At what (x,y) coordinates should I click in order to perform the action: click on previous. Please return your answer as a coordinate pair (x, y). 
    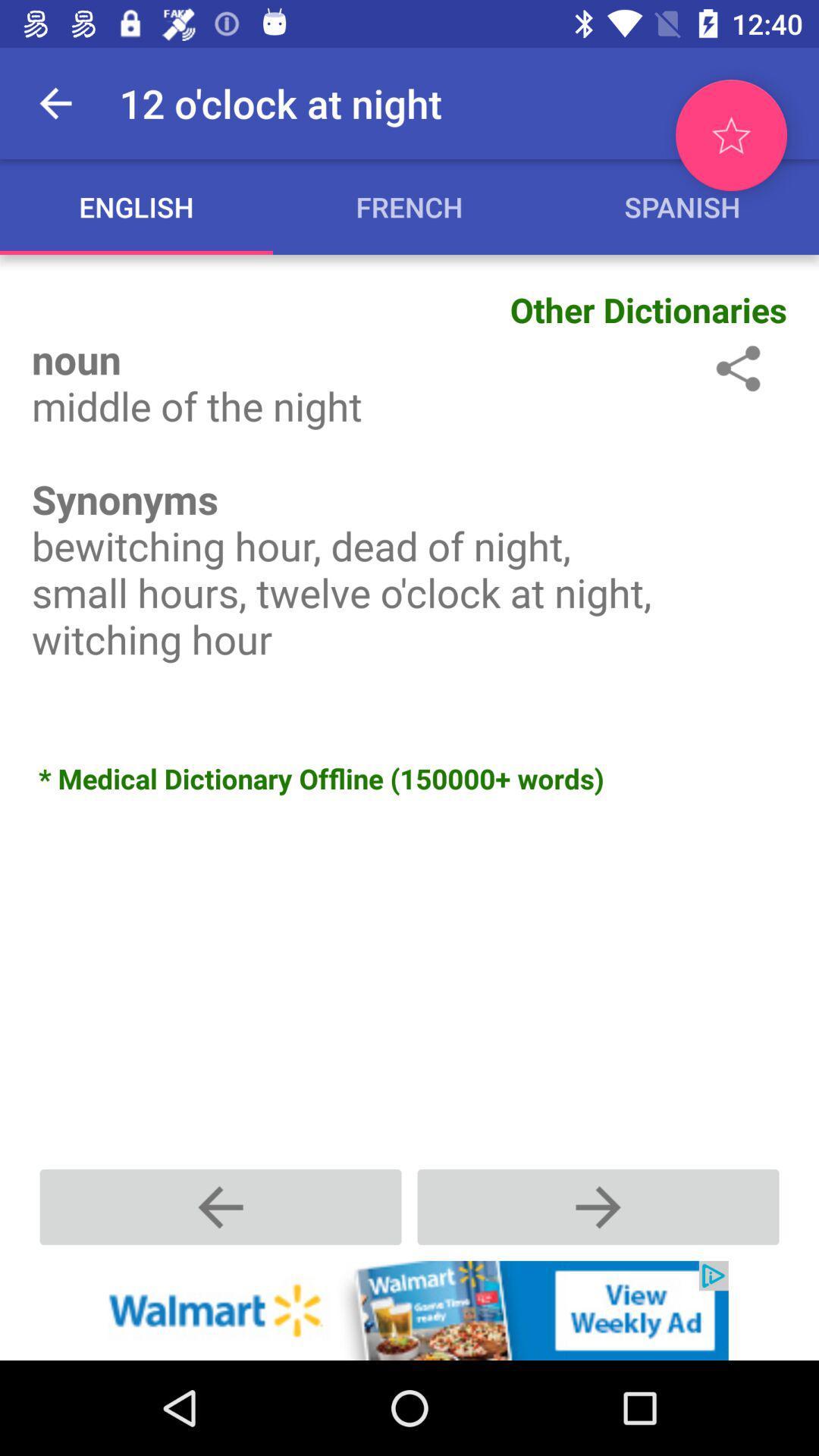
    Looking at the image, I should click on (598, 1206).